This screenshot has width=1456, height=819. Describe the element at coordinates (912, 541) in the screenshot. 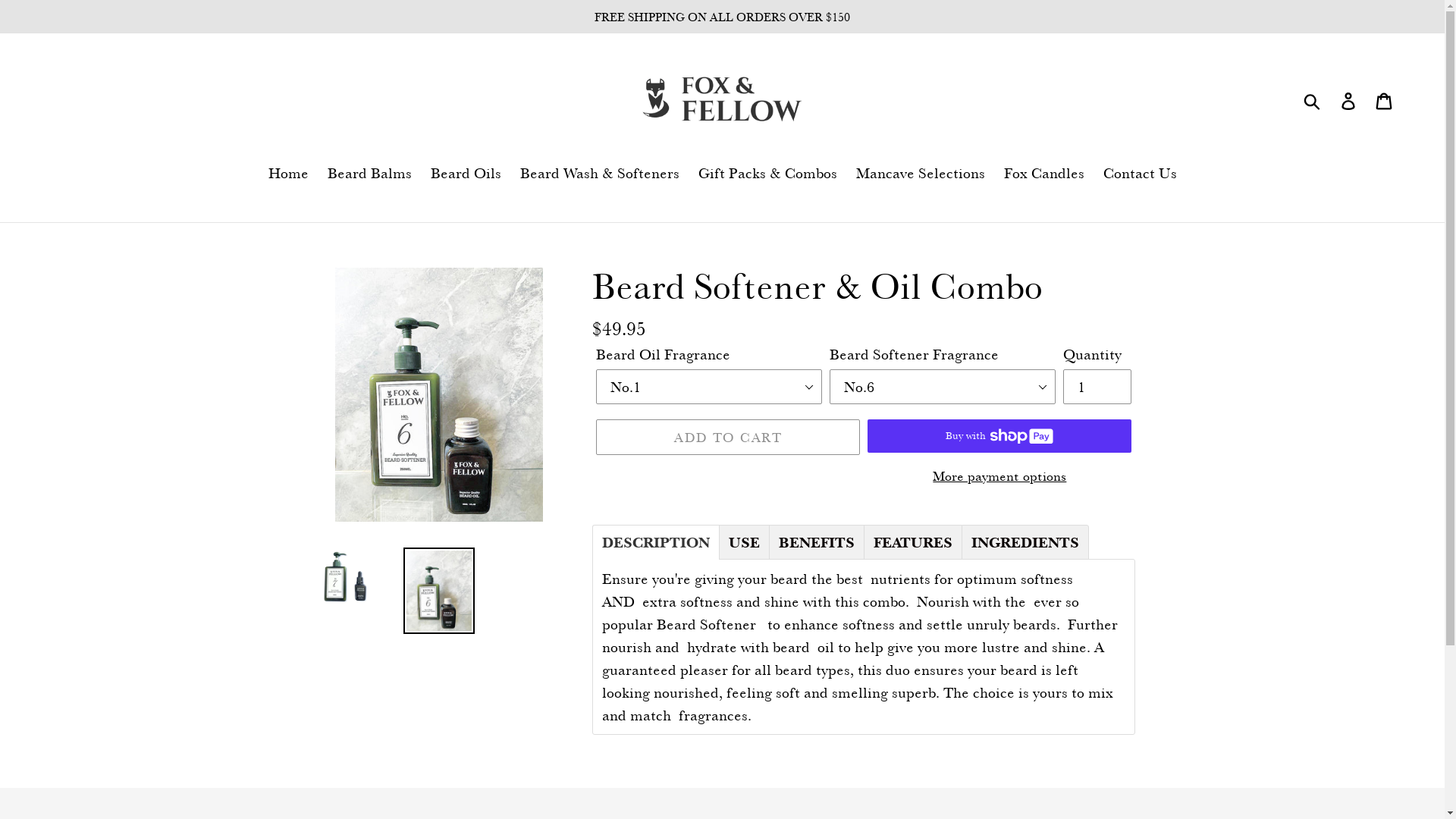

I see `'FEATURES'` at that location.